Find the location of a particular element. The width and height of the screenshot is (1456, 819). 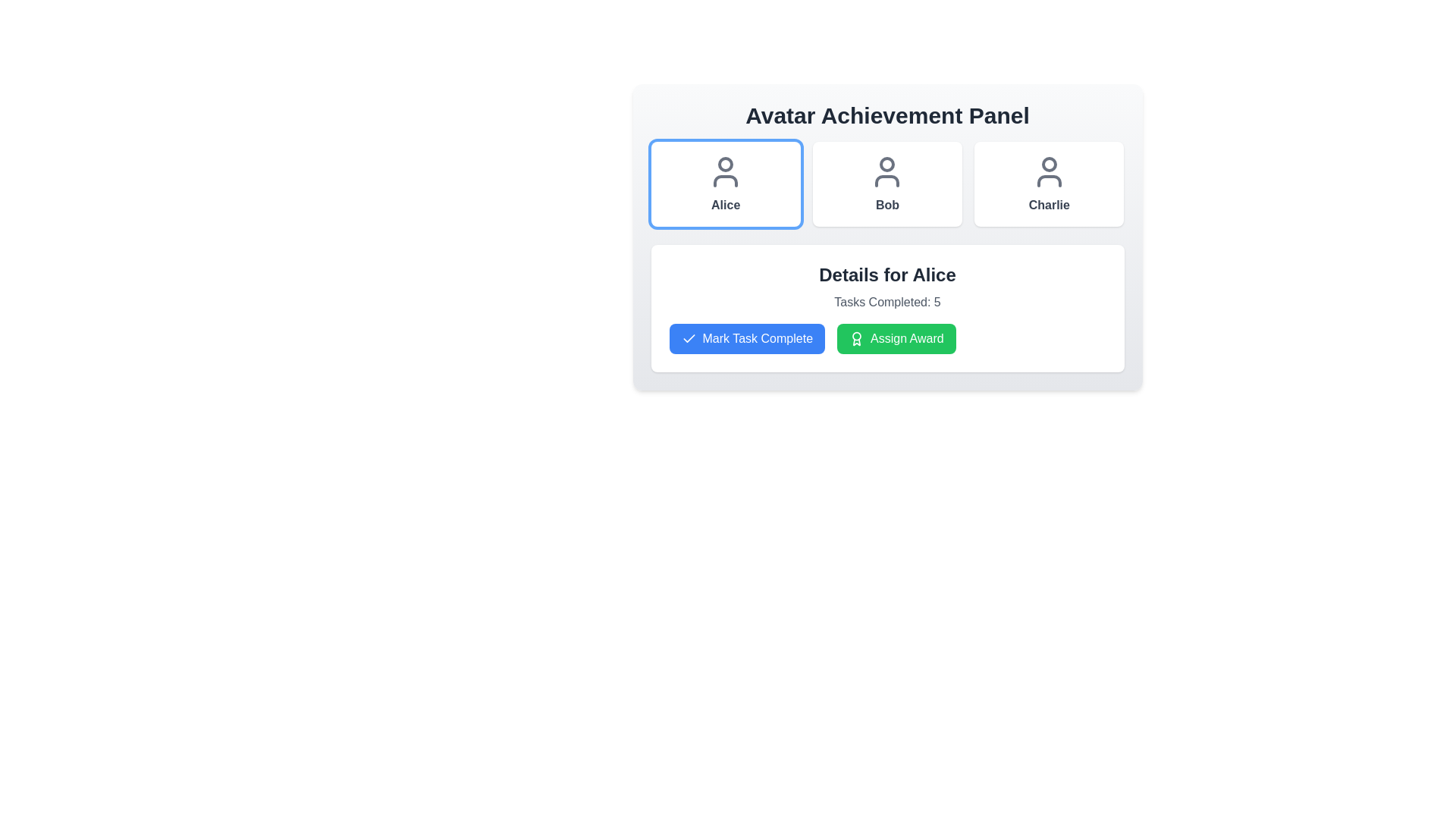

the small circular award icon located within the green 'Assign Award' button at the bottom-right corner of the 'Details for Alice' card is located at coordinates (857, 338).